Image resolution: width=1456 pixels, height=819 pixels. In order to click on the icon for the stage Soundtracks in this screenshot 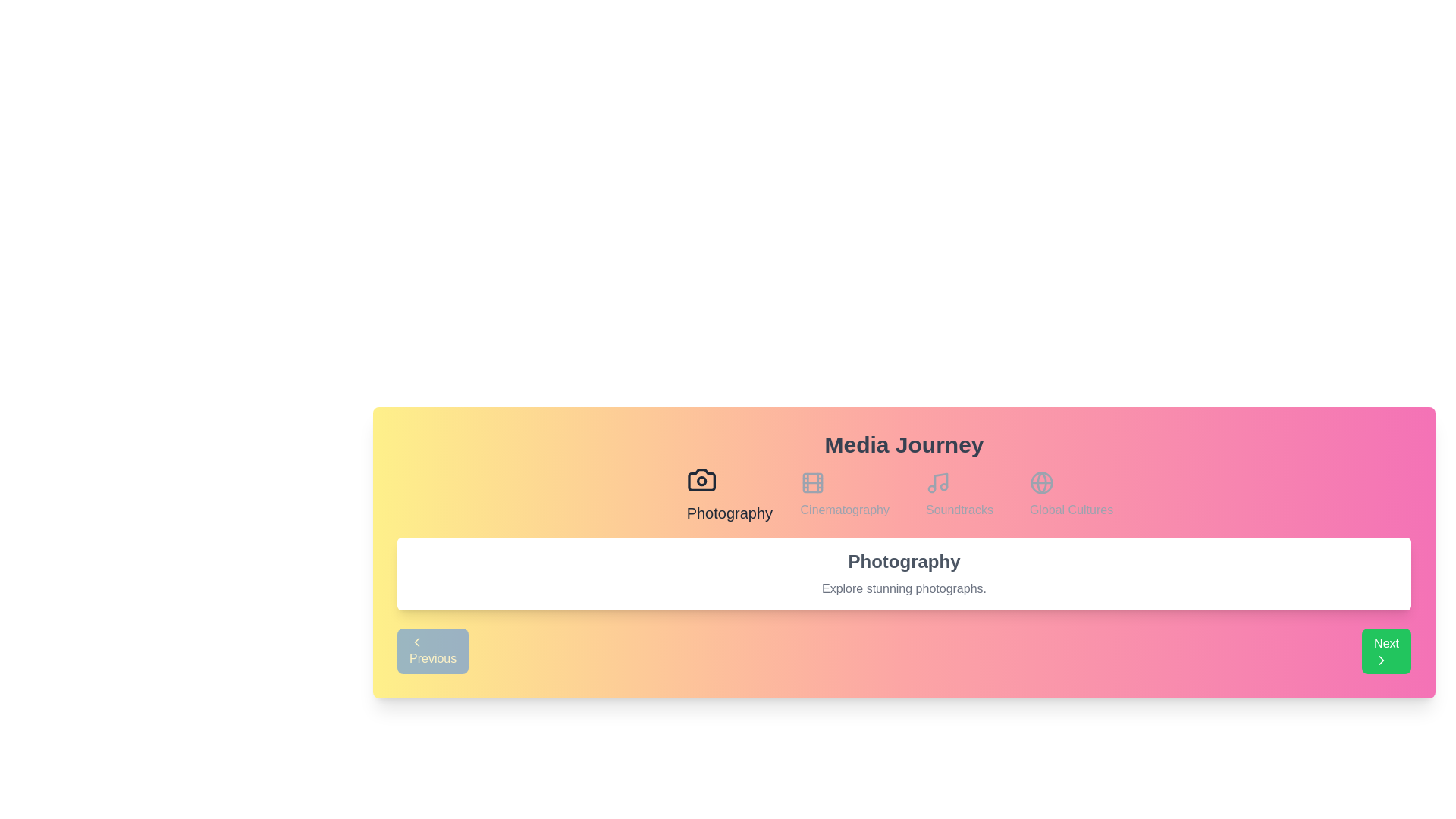, I will do `click(959, 494)`.